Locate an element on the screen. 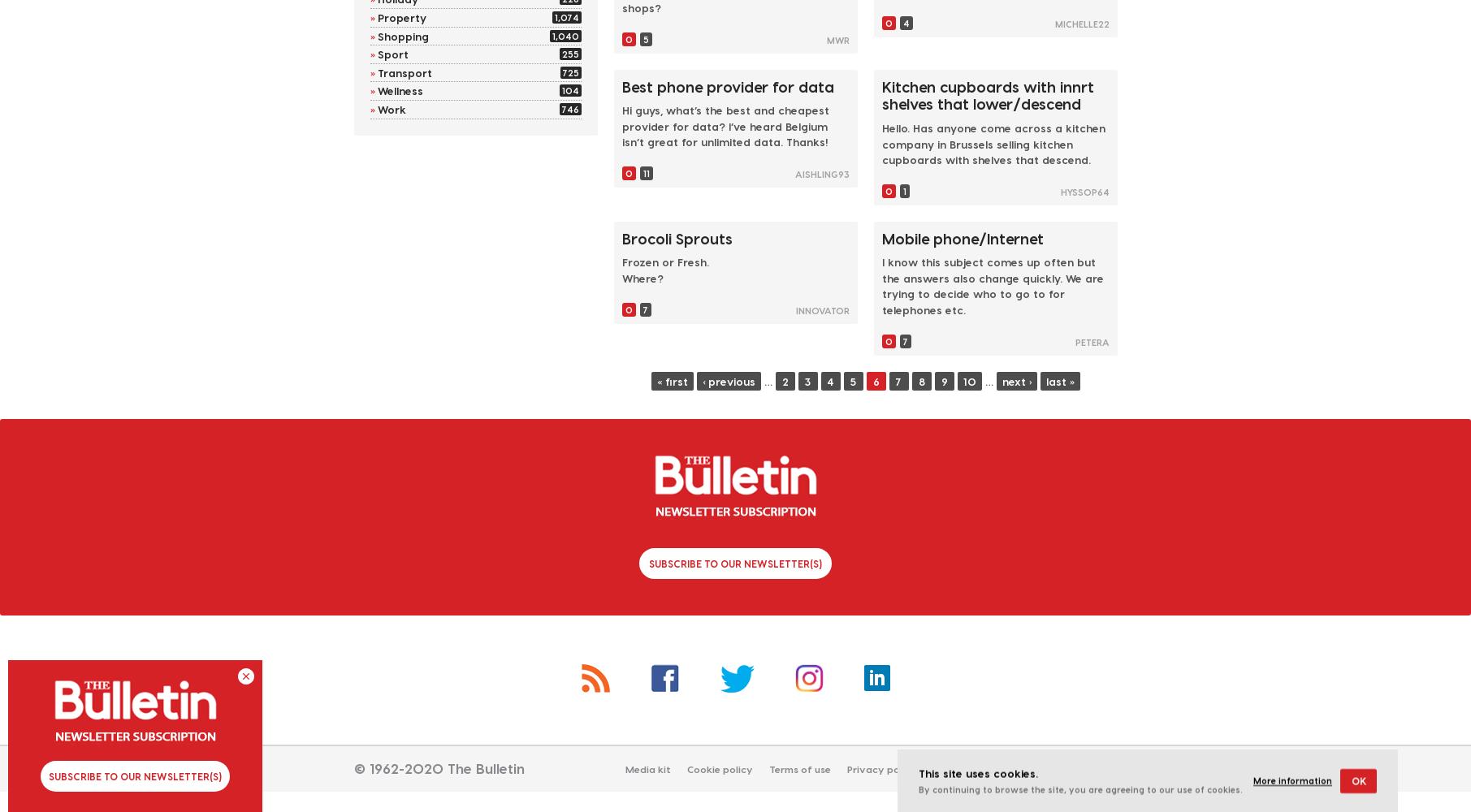 The width and height of the screenshot is (1471, 812). 'Sport' is located at coordinates (392, 53).